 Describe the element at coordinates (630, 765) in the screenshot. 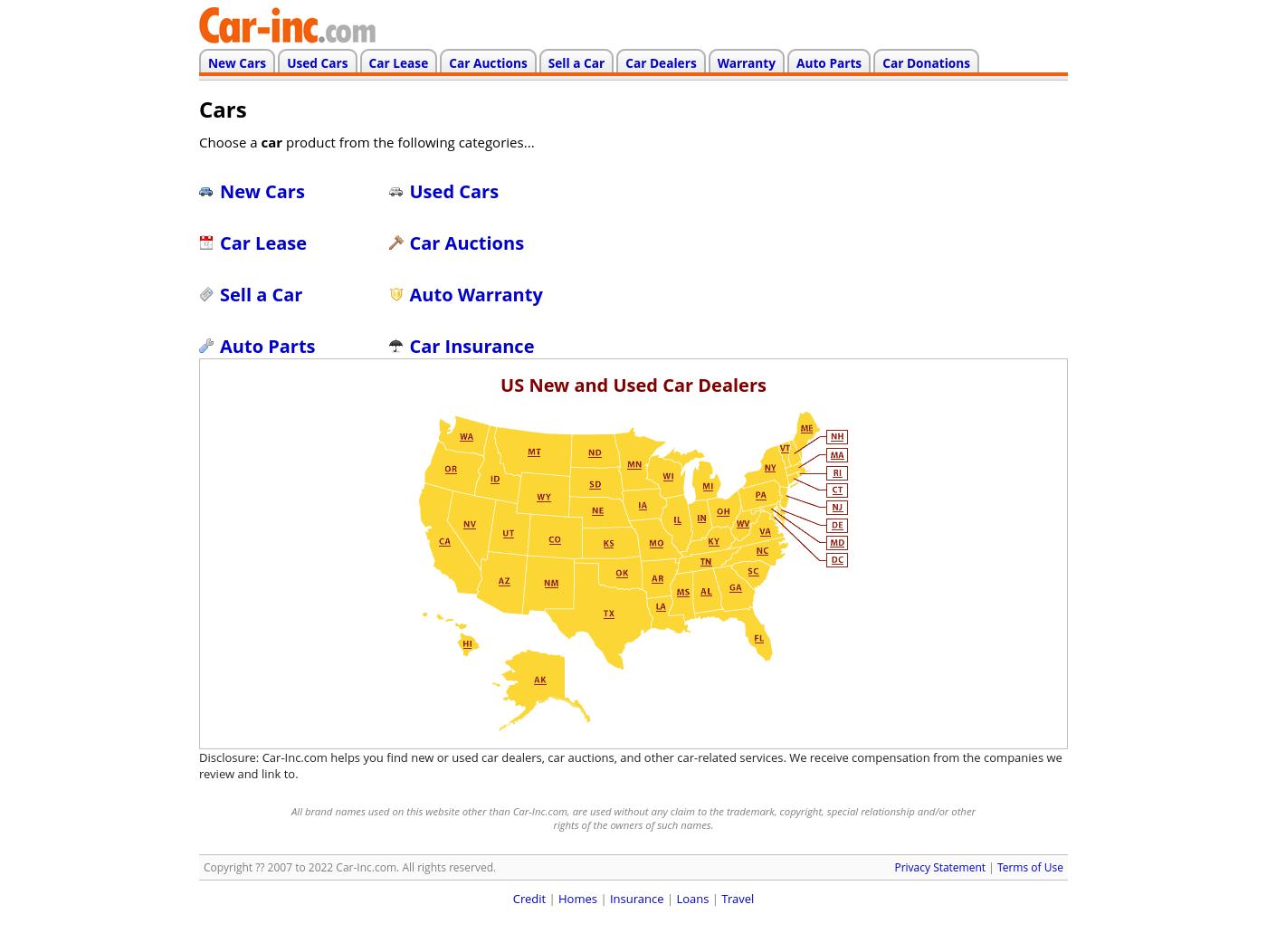

I see `'Disclosure: Car-Inc.com helps you find new or used car dealers, car auctions, and other car-related services. We receive compensation from the companies we review and link to.'` at that location.